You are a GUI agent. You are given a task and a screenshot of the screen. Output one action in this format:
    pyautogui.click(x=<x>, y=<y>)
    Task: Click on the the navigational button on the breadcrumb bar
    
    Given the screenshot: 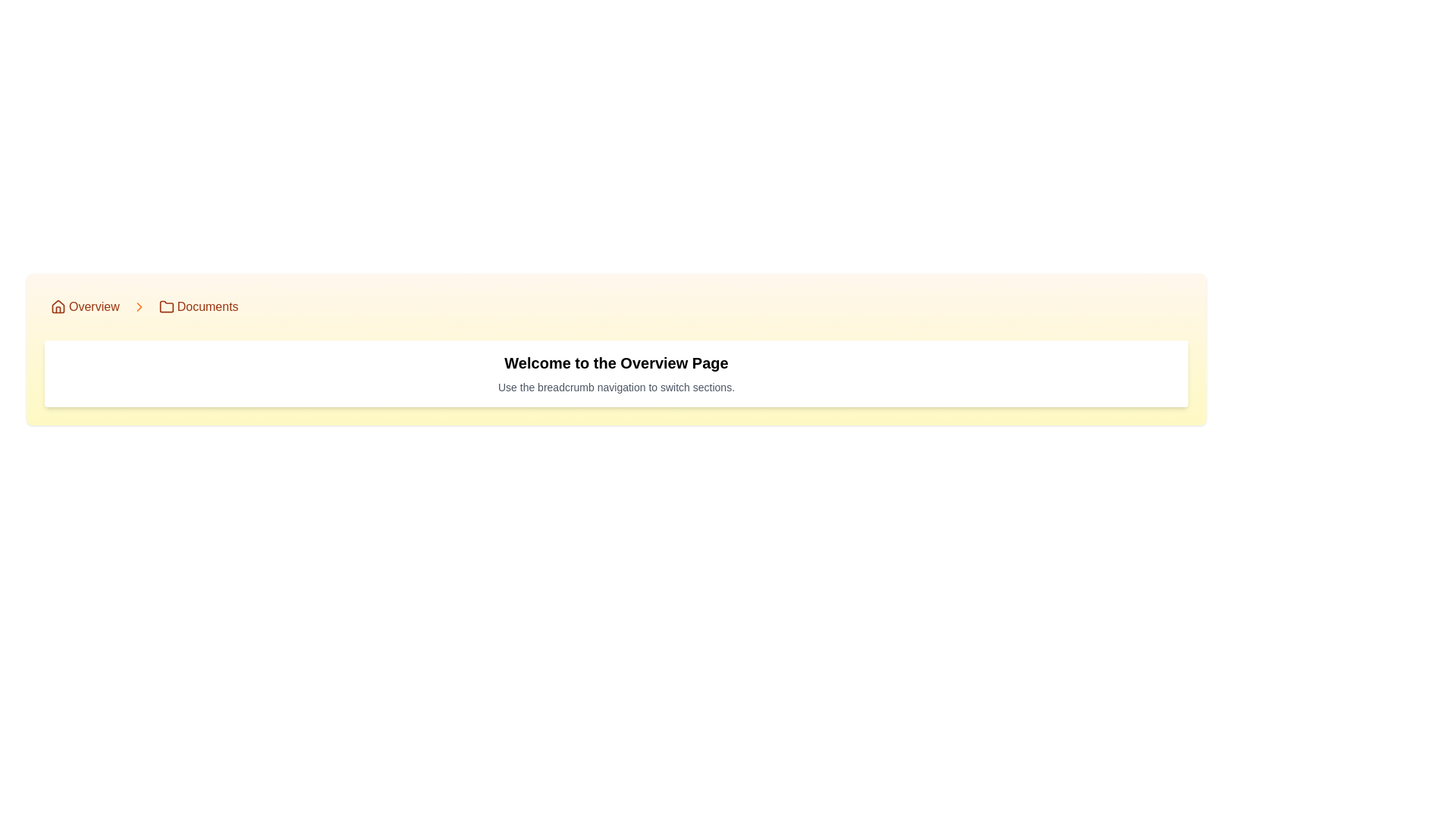 What is the action you would take?
    pyautogui.click(x=84, y=307)
    